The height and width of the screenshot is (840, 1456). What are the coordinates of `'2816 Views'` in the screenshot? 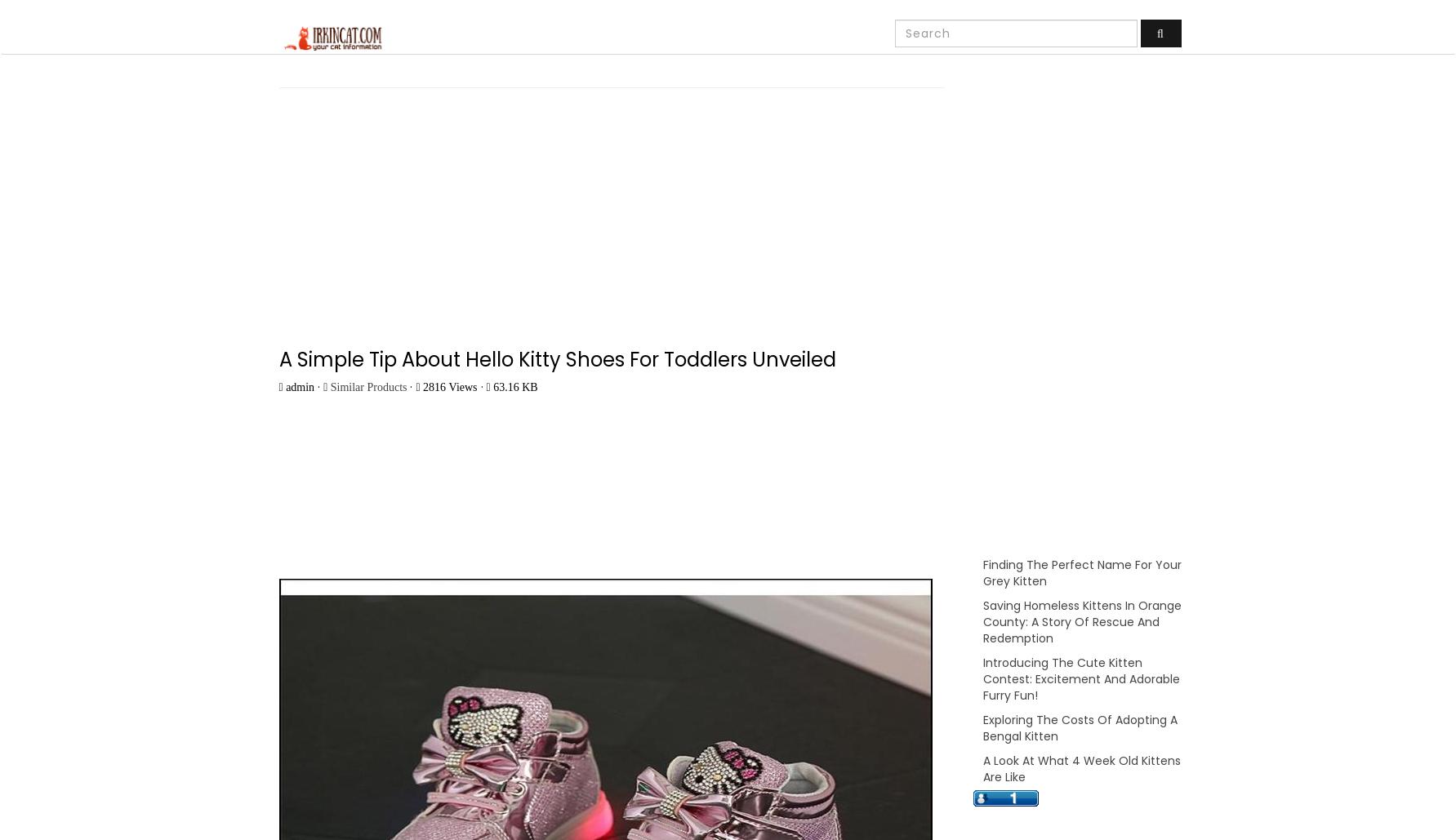 It's located at (419, 387).